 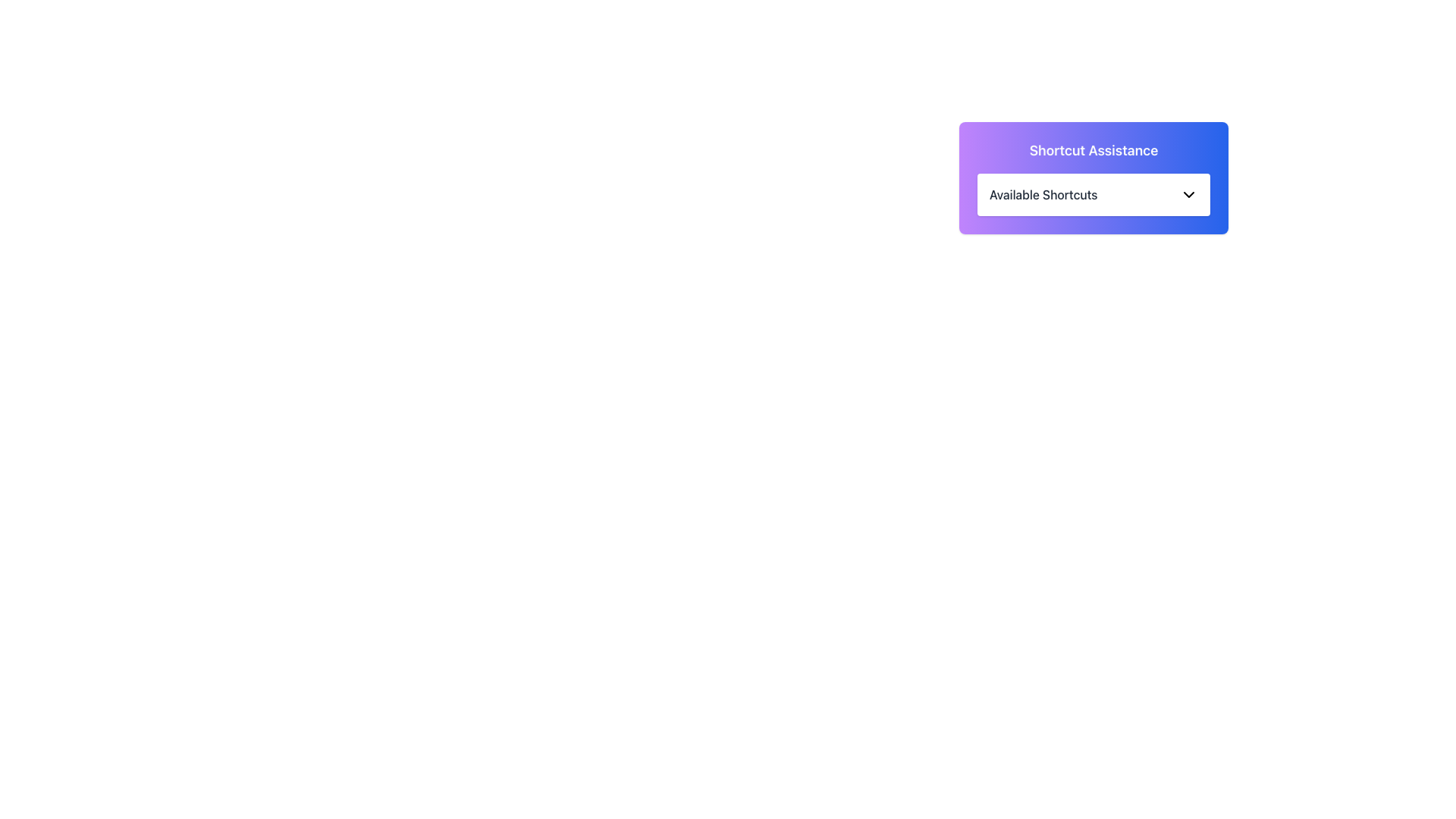 What do you see at coordinates (1094, 194) in the screenshot?
I see `the Dropdown menu trigger label located at the center of the 'Shortcut Assistance' panel` at bounding box center [1094, 194].